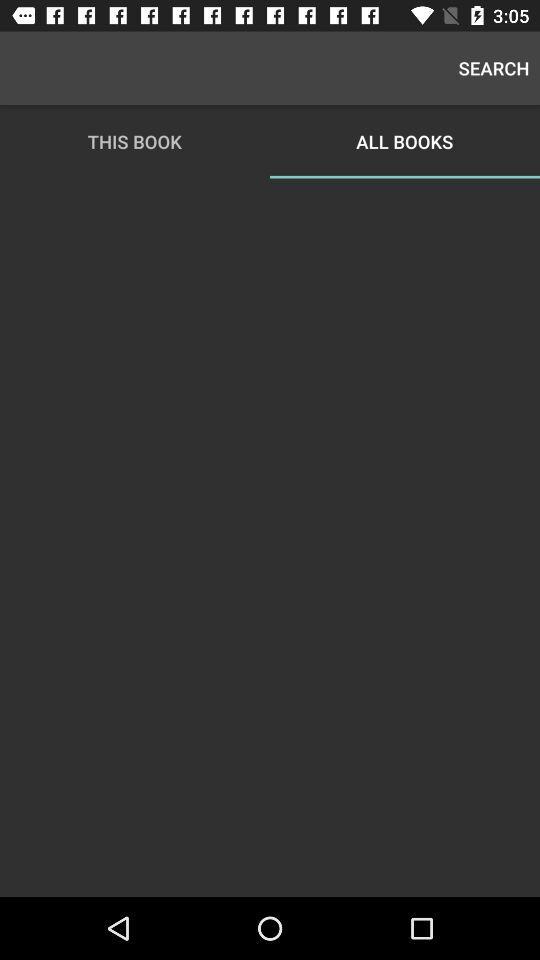 Image resolution: width=540 pixels, height=960 pixels. What do you see at coordinates (493, 68) in the screenshot?
I see `icon next to this book` at bounding box center [493, 68].